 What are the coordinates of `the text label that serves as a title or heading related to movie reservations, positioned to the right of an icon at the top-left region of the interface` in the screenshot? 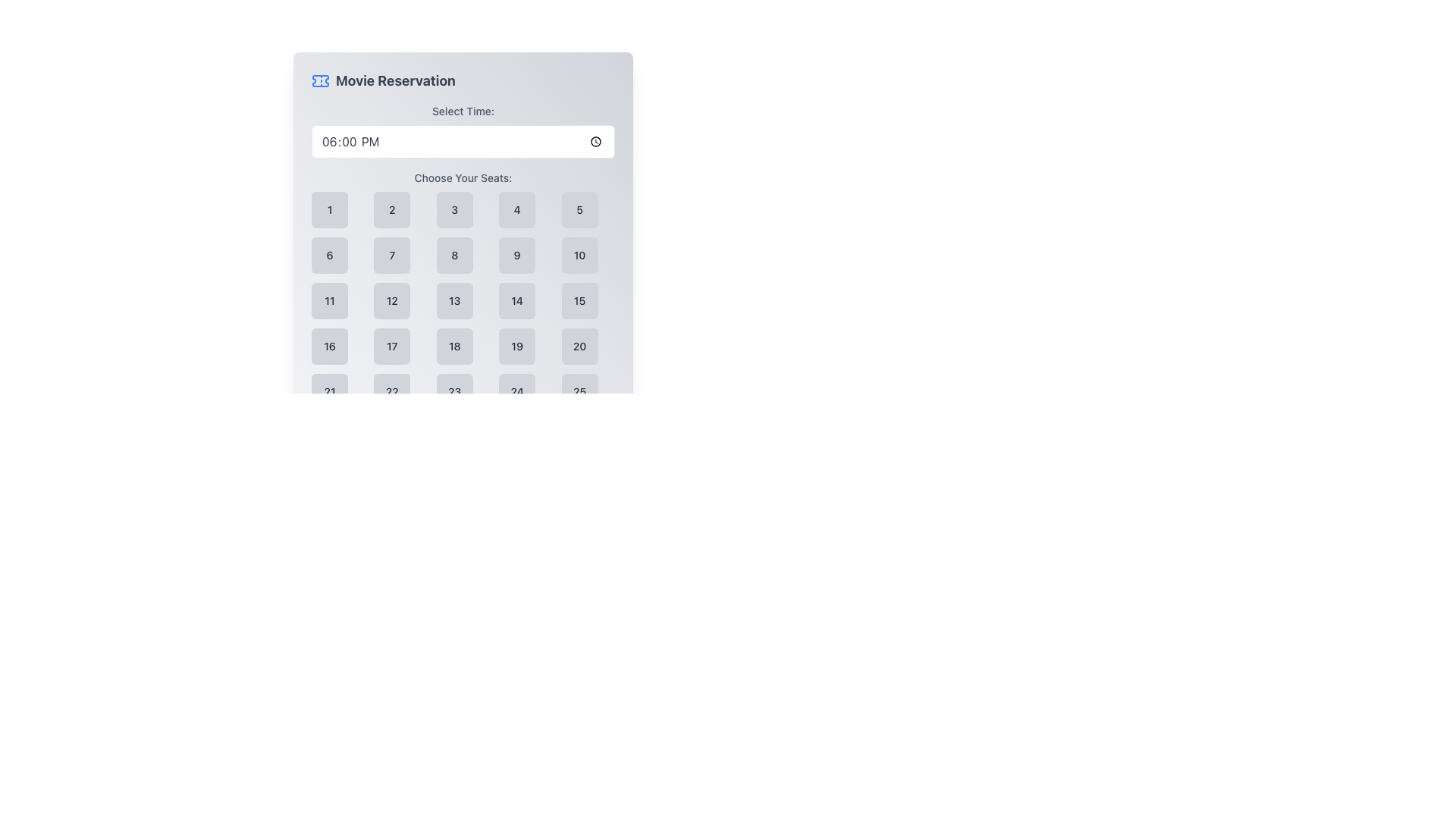 It's located at (395, 81).